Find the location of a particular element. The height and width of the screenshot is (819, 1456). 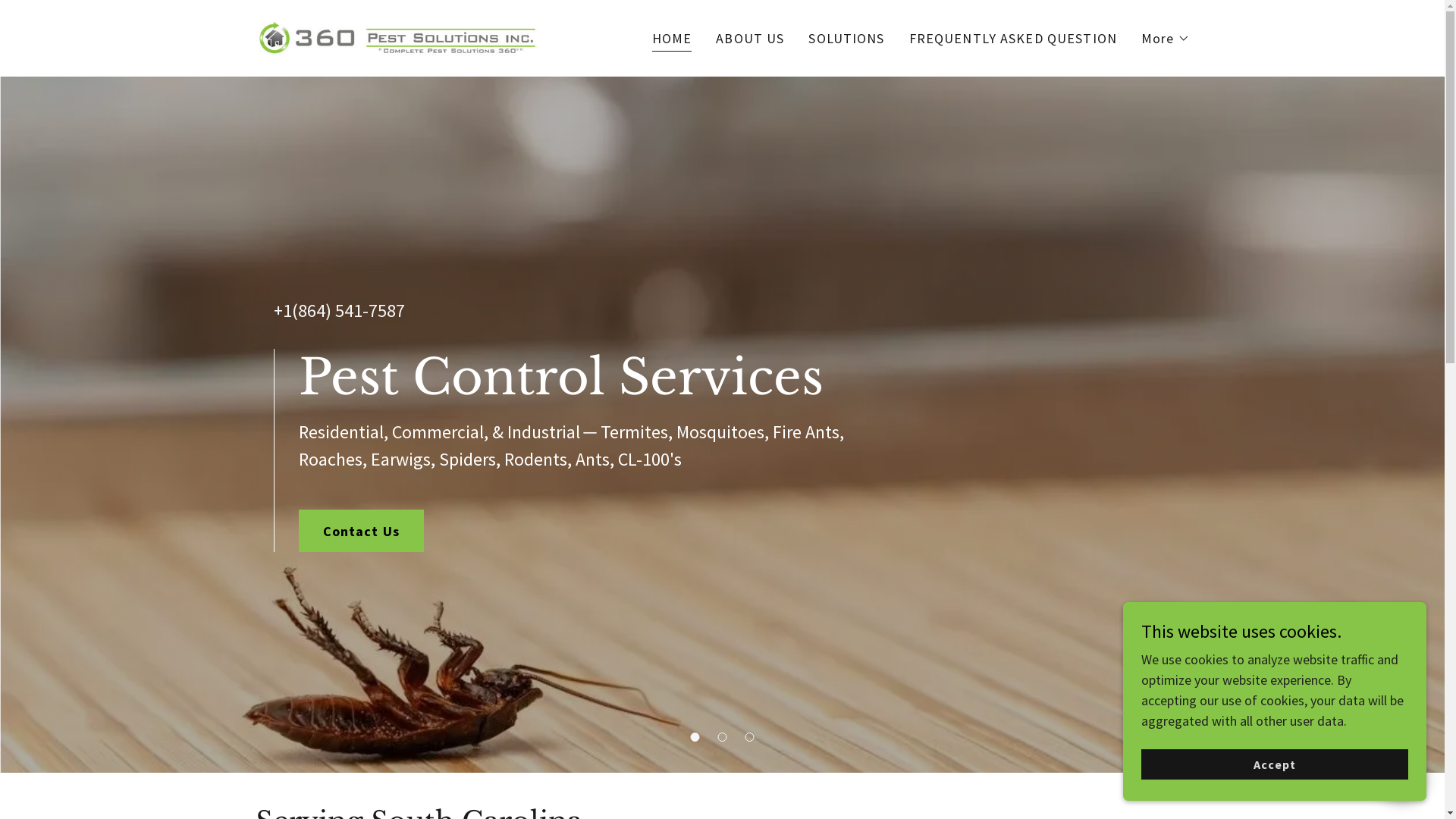

'360 Pests Solutions, Inc.' is located at coordinates (397, 36).